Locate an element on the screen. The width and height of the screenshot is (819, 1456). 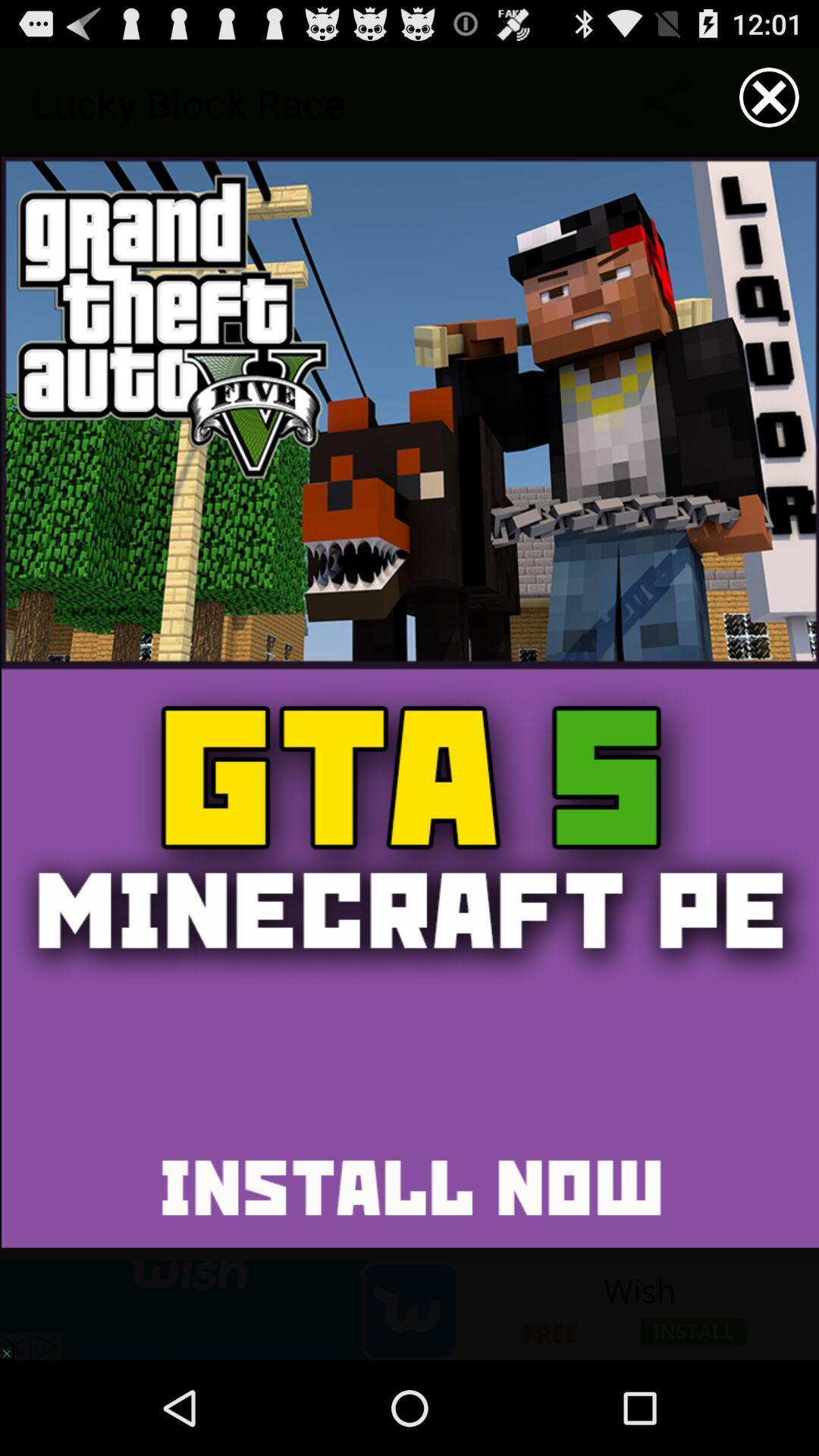
close button is located at coordinates (769, 96).